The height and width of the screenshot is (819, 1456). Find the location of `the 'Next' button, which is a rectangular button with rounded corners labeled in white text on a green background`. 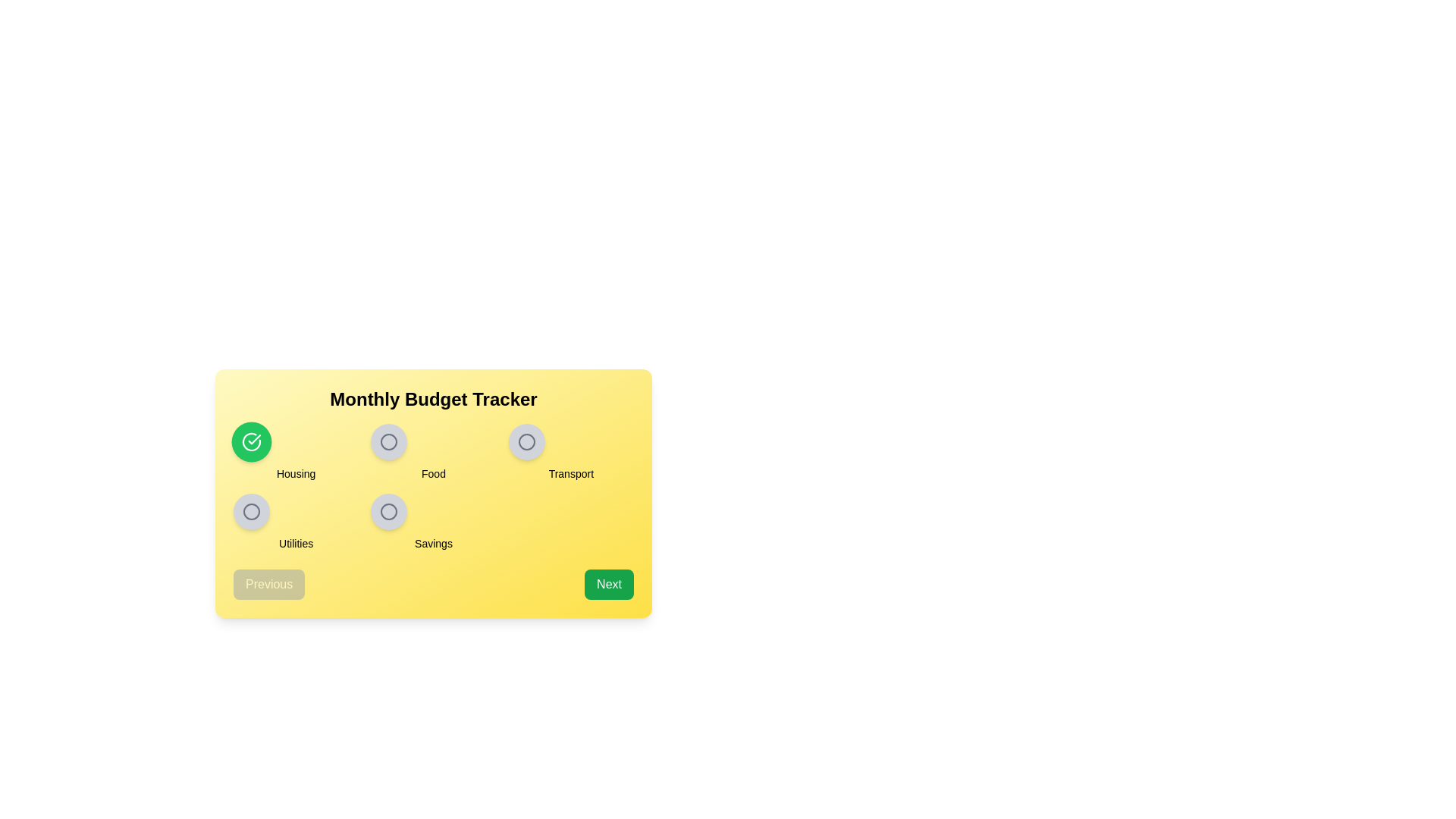

the 'Next' button, which is a rectangular button with rounded corners labeled in white text on a green background is located at coordinates (609, 584).